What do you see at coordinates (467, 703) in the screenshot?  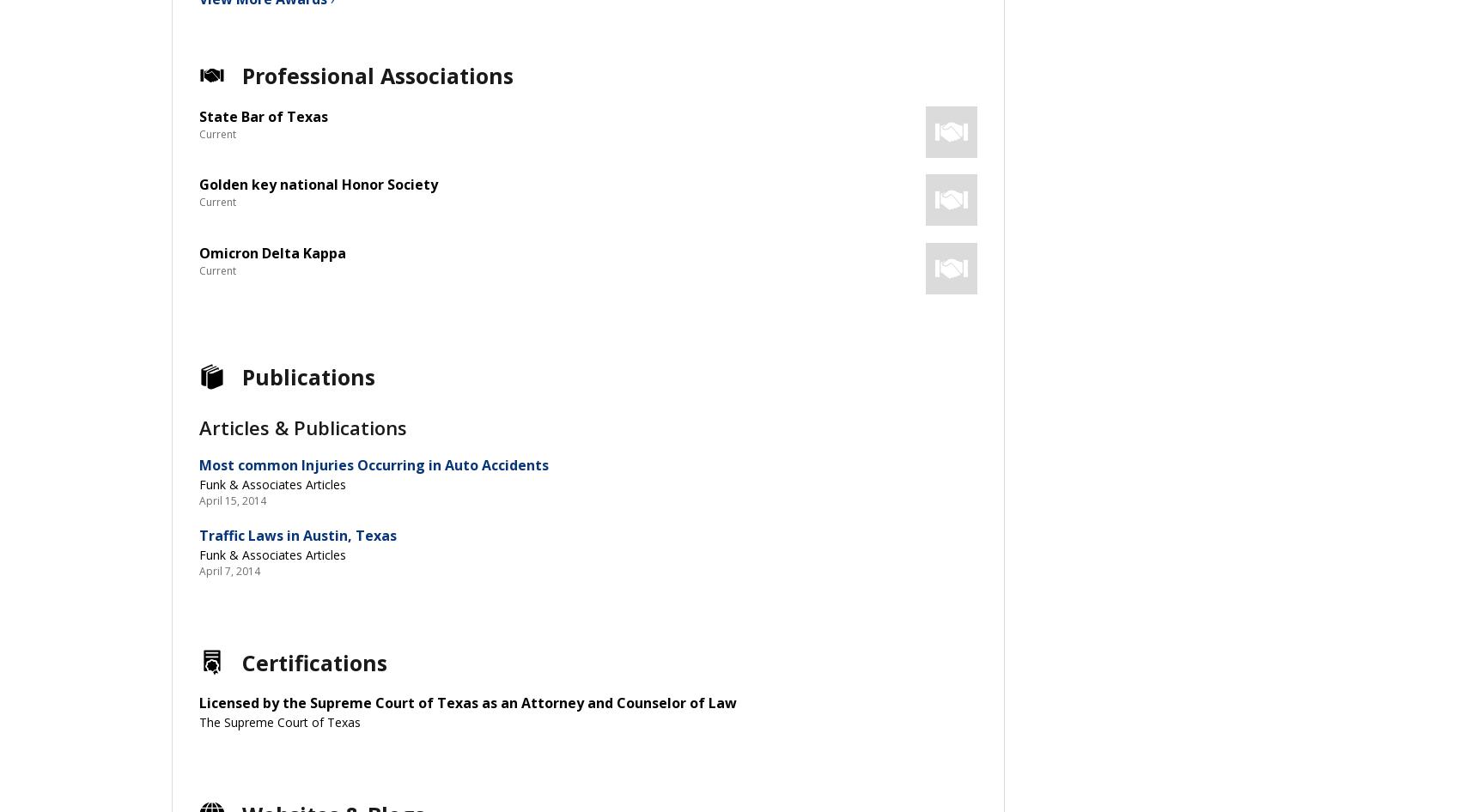 I see `'Licensed by the Supreme Court of Texas as an Attorney and Counselor of Law'` at bounding box center [467, 703].